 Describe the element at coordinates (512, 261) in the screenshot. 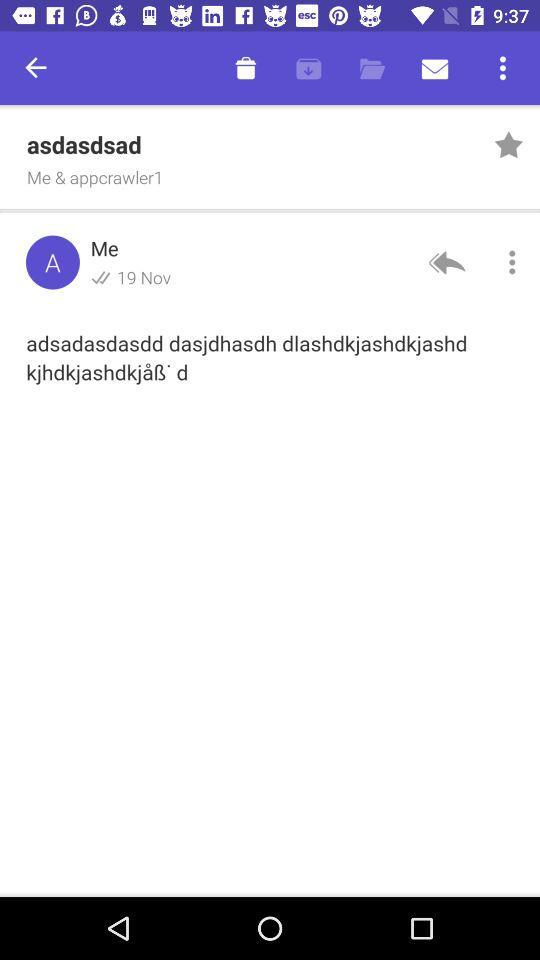

I see `the more icon` at that location.